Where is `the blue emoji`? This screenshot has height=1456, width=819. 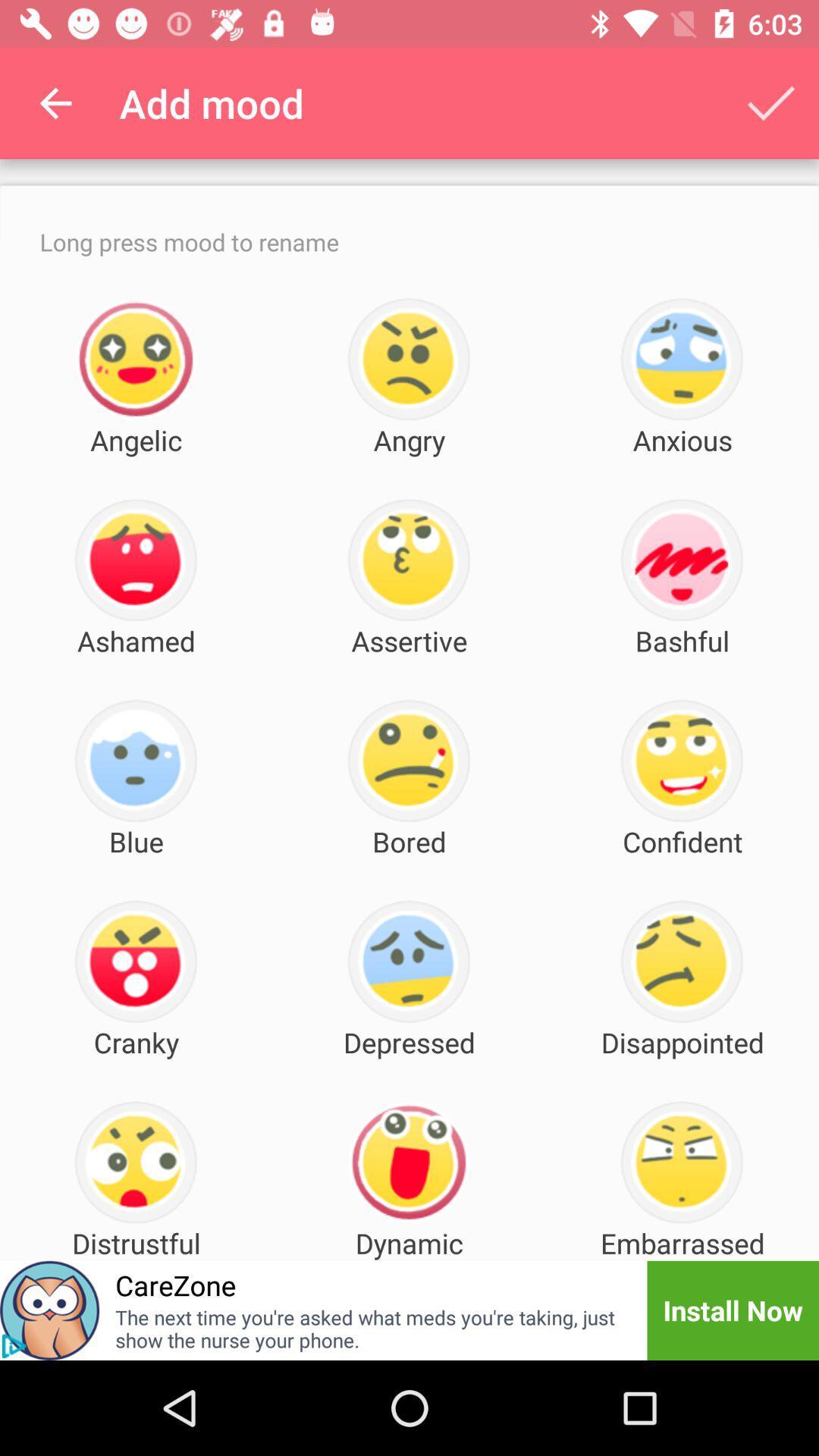
the blue emoji is located at coordinates (135, 761).